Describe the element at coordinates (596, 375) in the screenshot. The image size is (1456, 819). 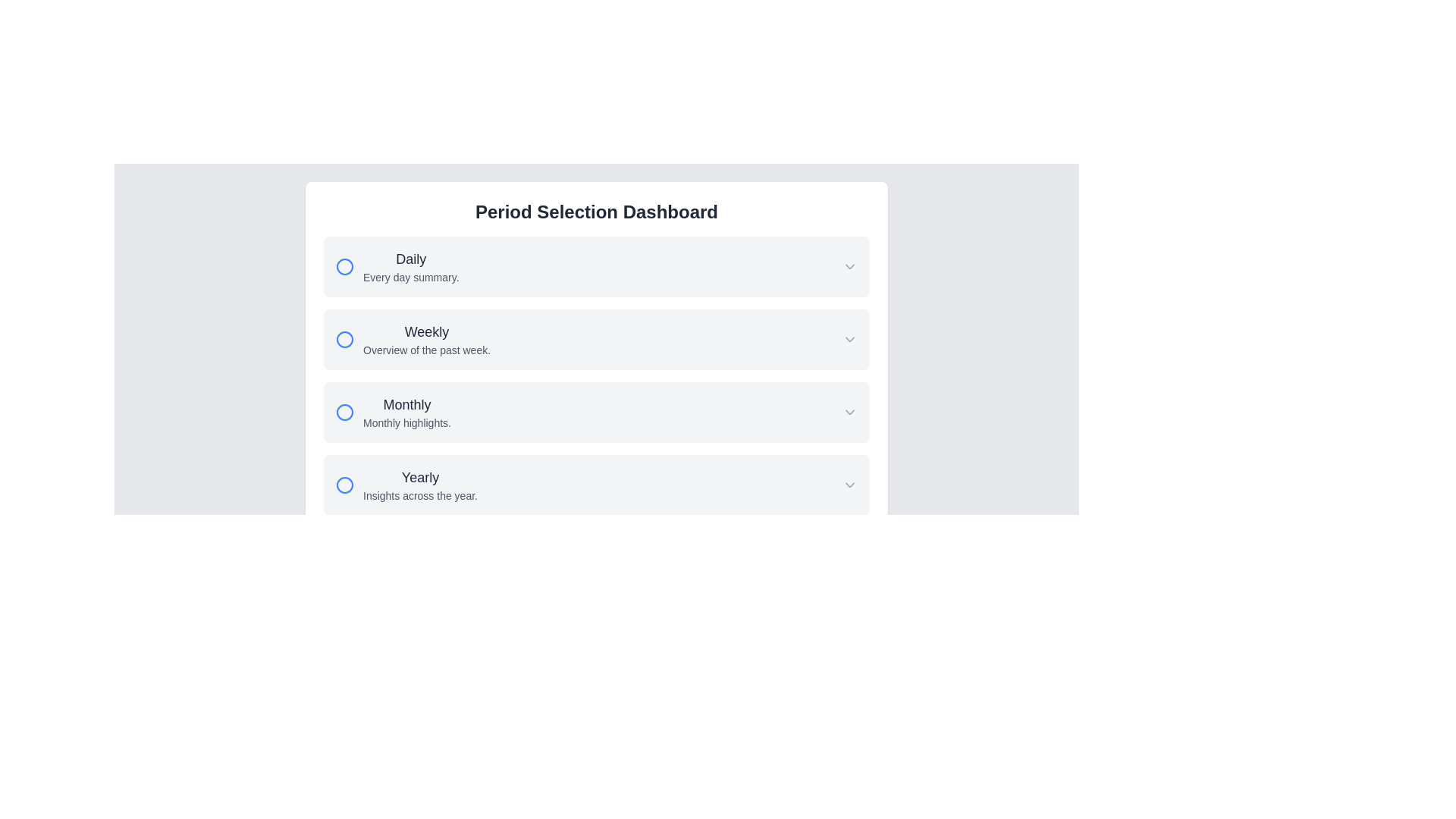
I see `the second section of the Option Selector labeled 'Weekly'` at that location.